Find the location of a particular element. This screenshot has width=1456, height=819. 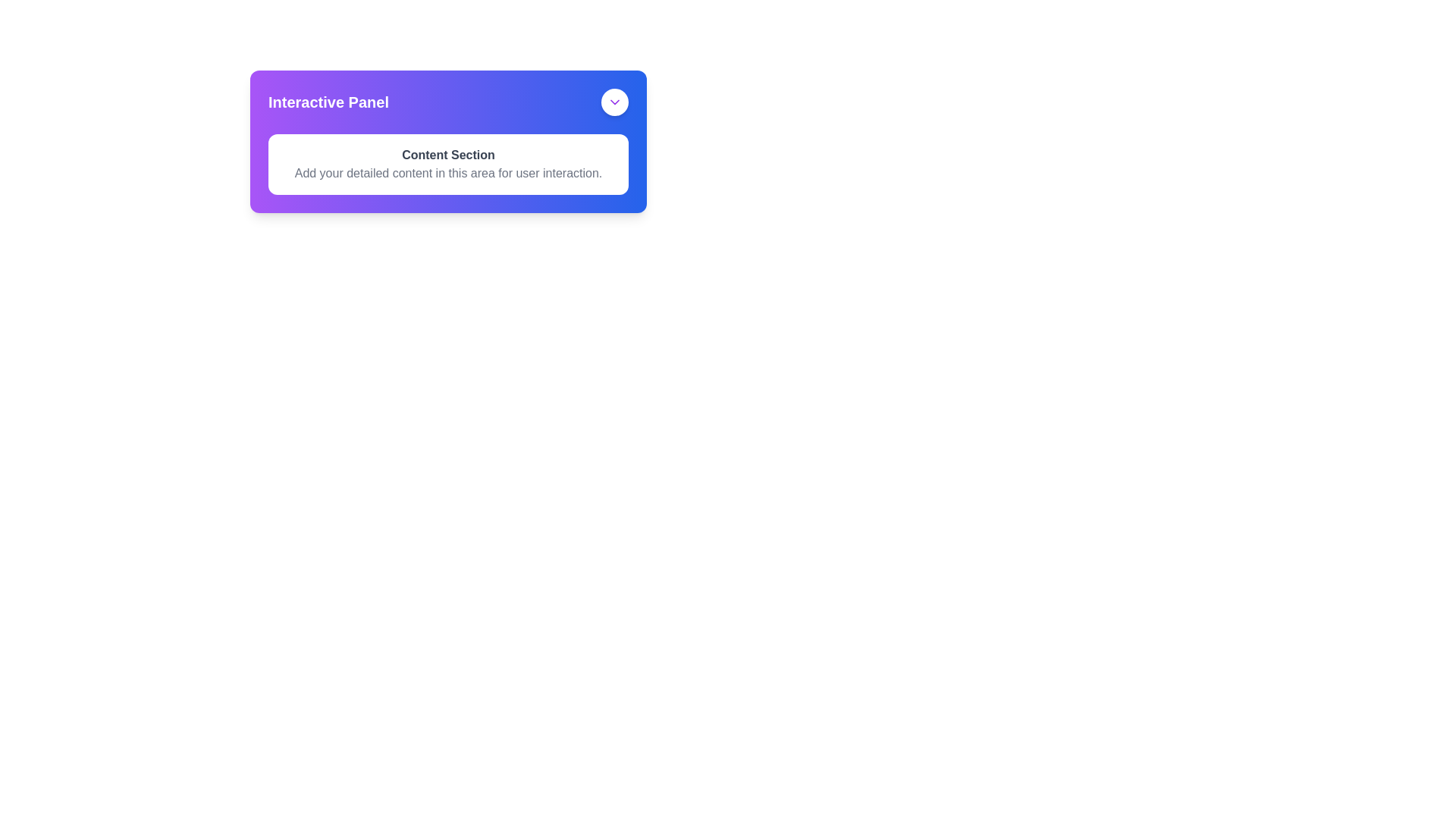

the circular button with a white background and purple chevron icon is located at coordinates (615, 102).